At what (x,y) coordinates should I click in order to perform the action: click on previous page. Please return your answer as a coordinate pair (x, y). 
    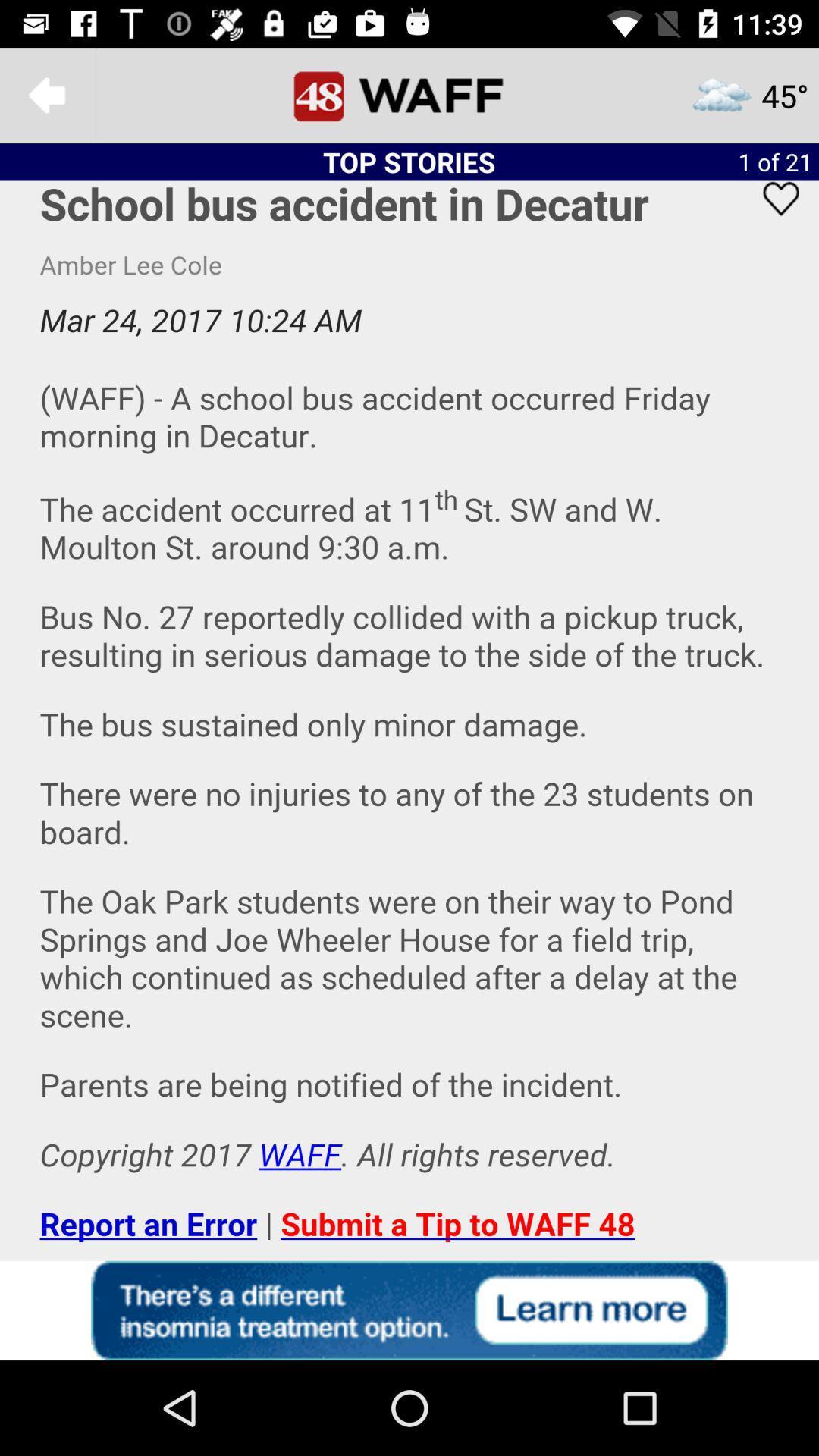
    Looking at the image, I should click on (46, 94).